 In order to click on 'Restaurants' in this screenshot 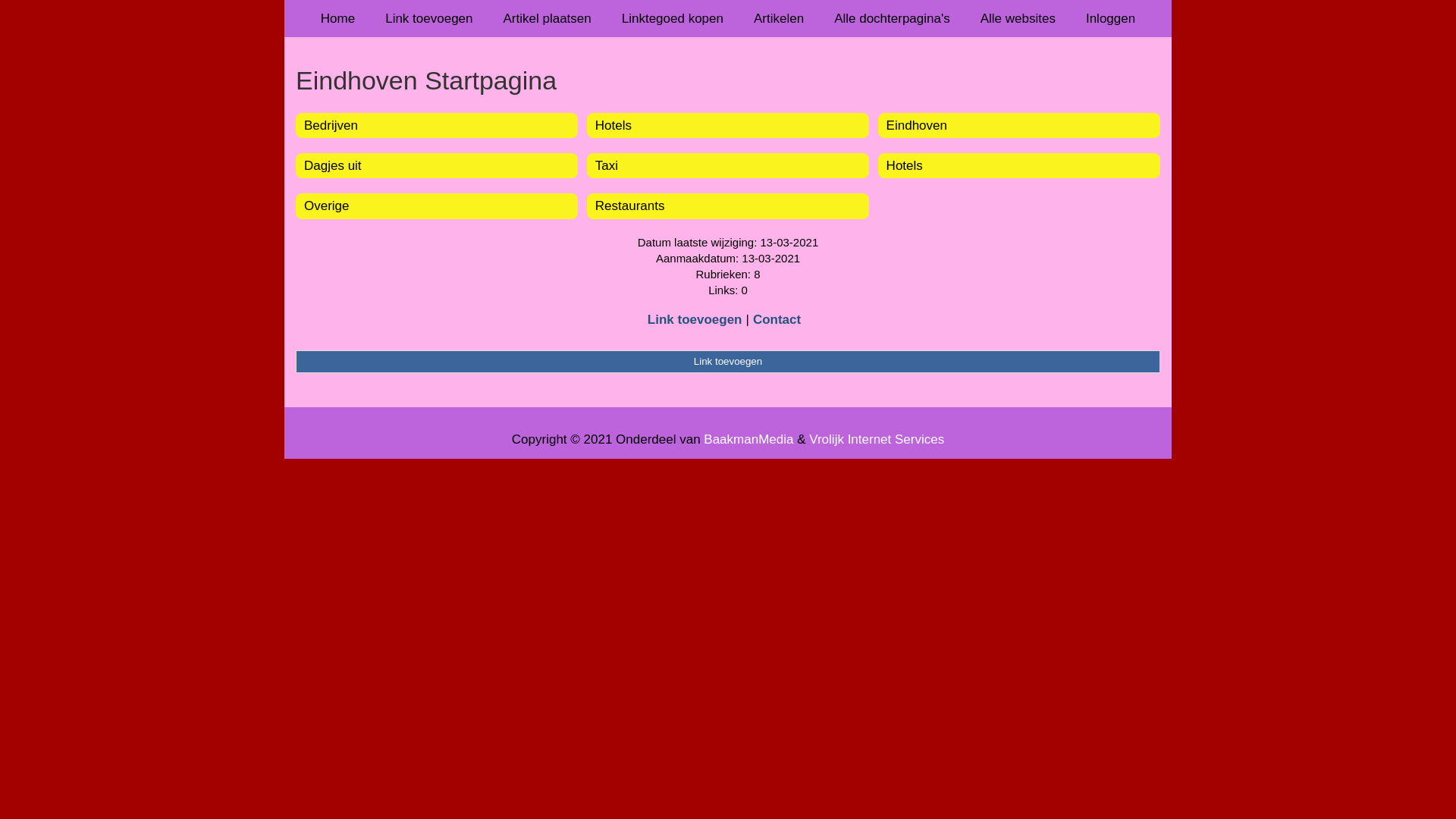, I will do `click(595, 206)`.